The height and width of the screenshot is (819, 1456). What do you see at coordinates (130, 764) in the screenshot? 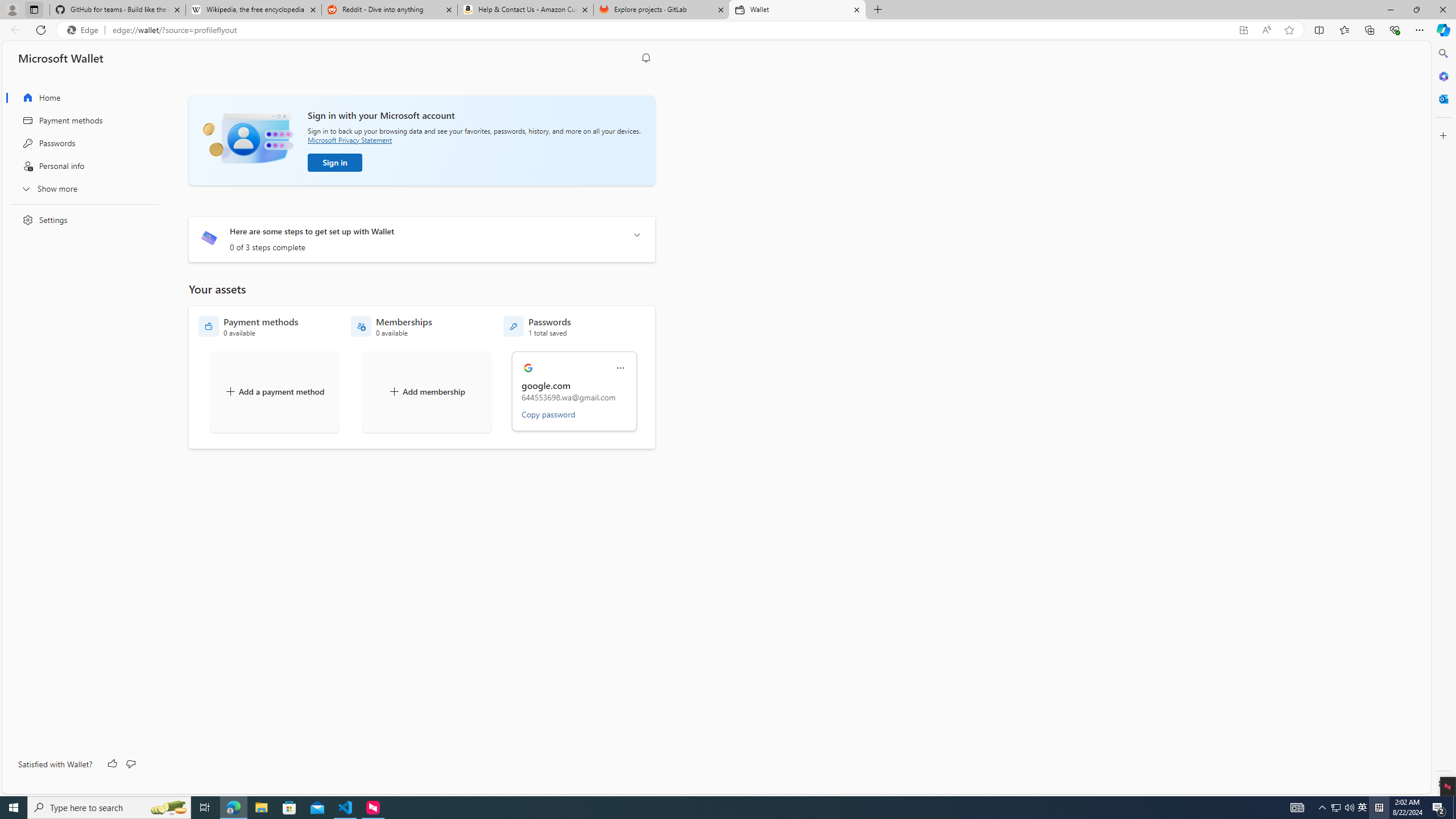
I see `'Dislike'` at bounding box center [130, 764].